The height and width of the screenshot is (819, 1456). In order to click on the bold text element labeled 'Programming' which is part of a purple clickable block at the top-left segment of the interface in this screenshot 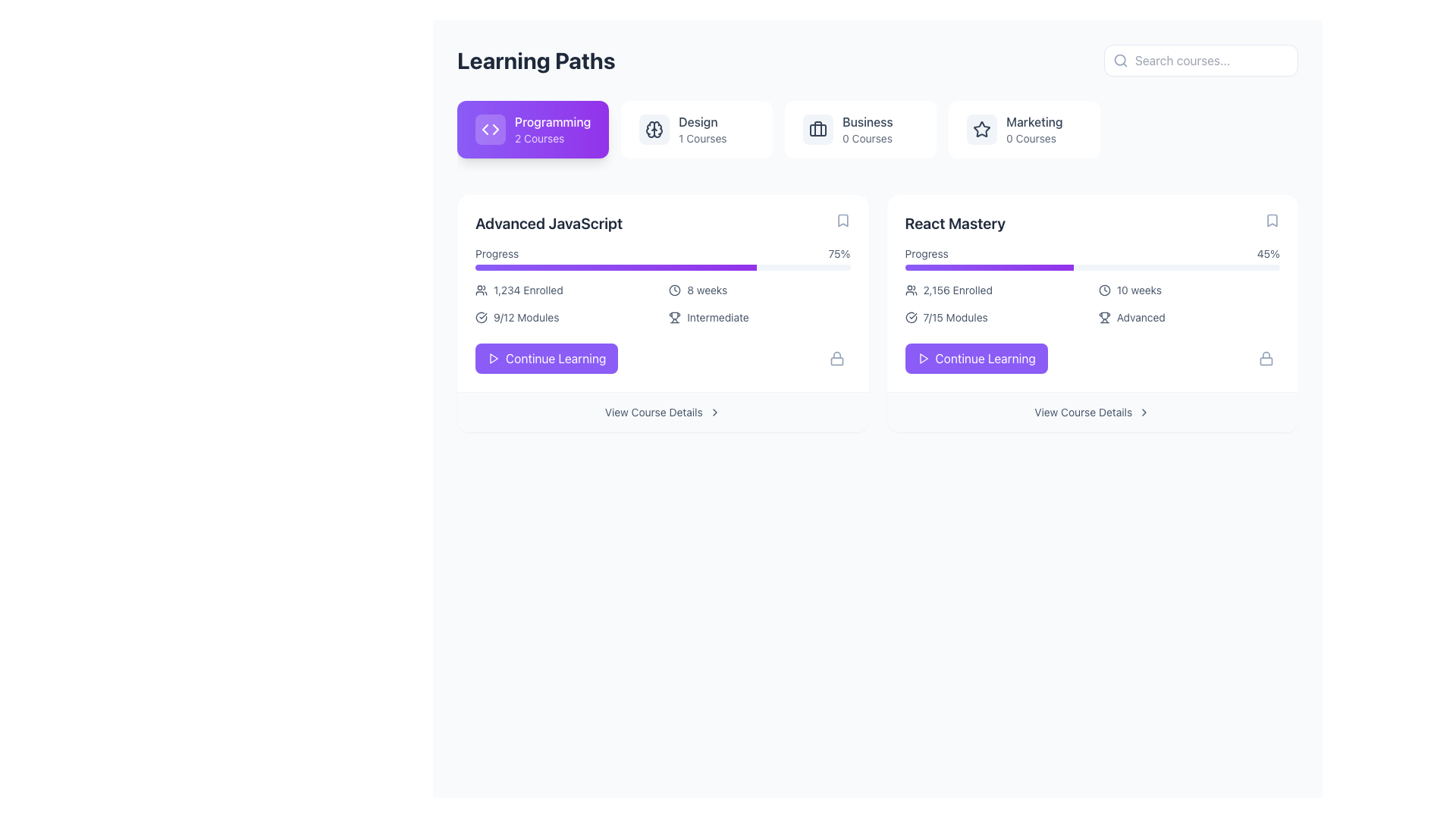, I will do `click(552, 121)`.